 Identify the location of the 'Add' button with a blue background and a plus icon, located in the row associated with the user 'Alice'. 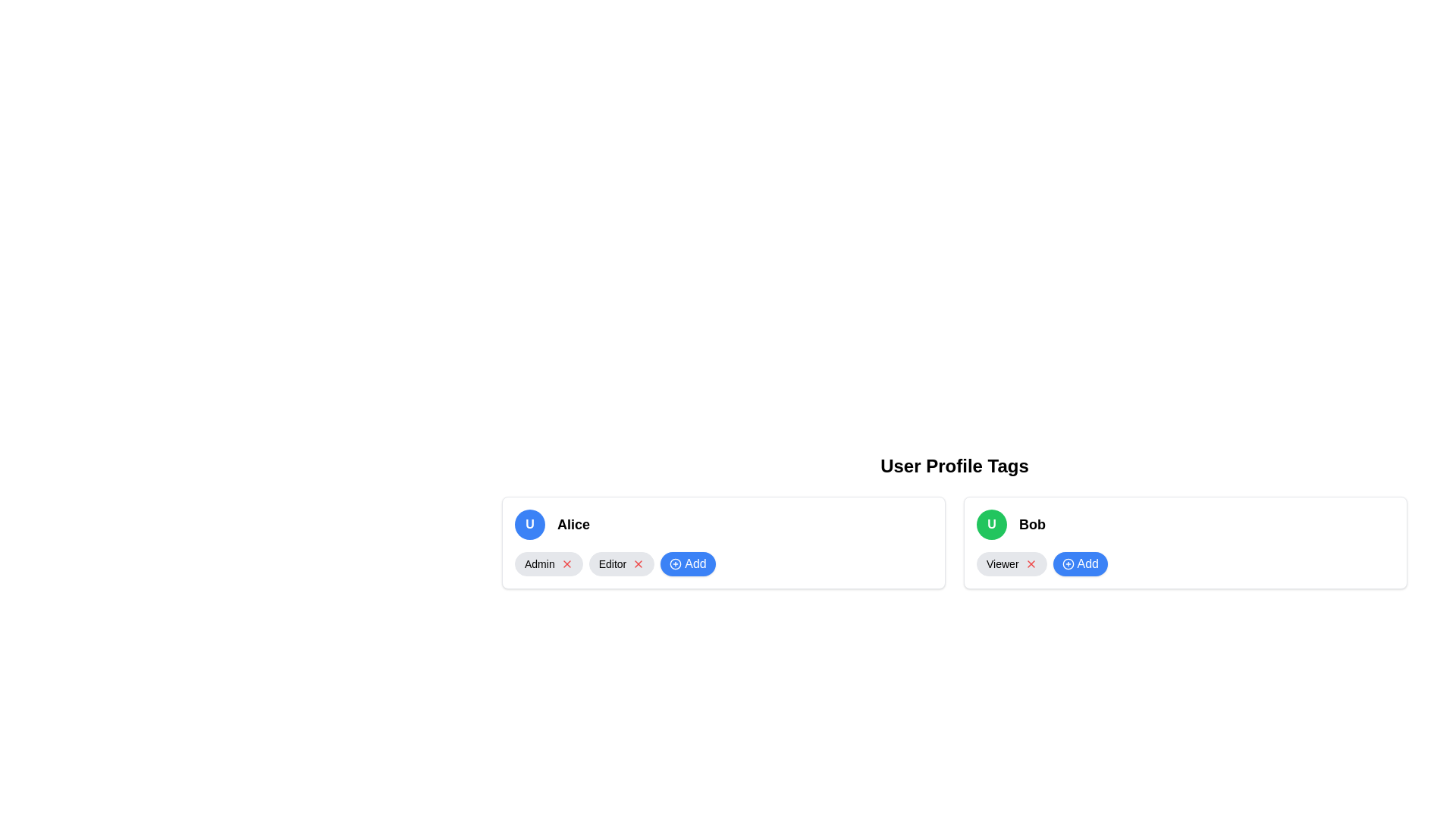
(687, 564).